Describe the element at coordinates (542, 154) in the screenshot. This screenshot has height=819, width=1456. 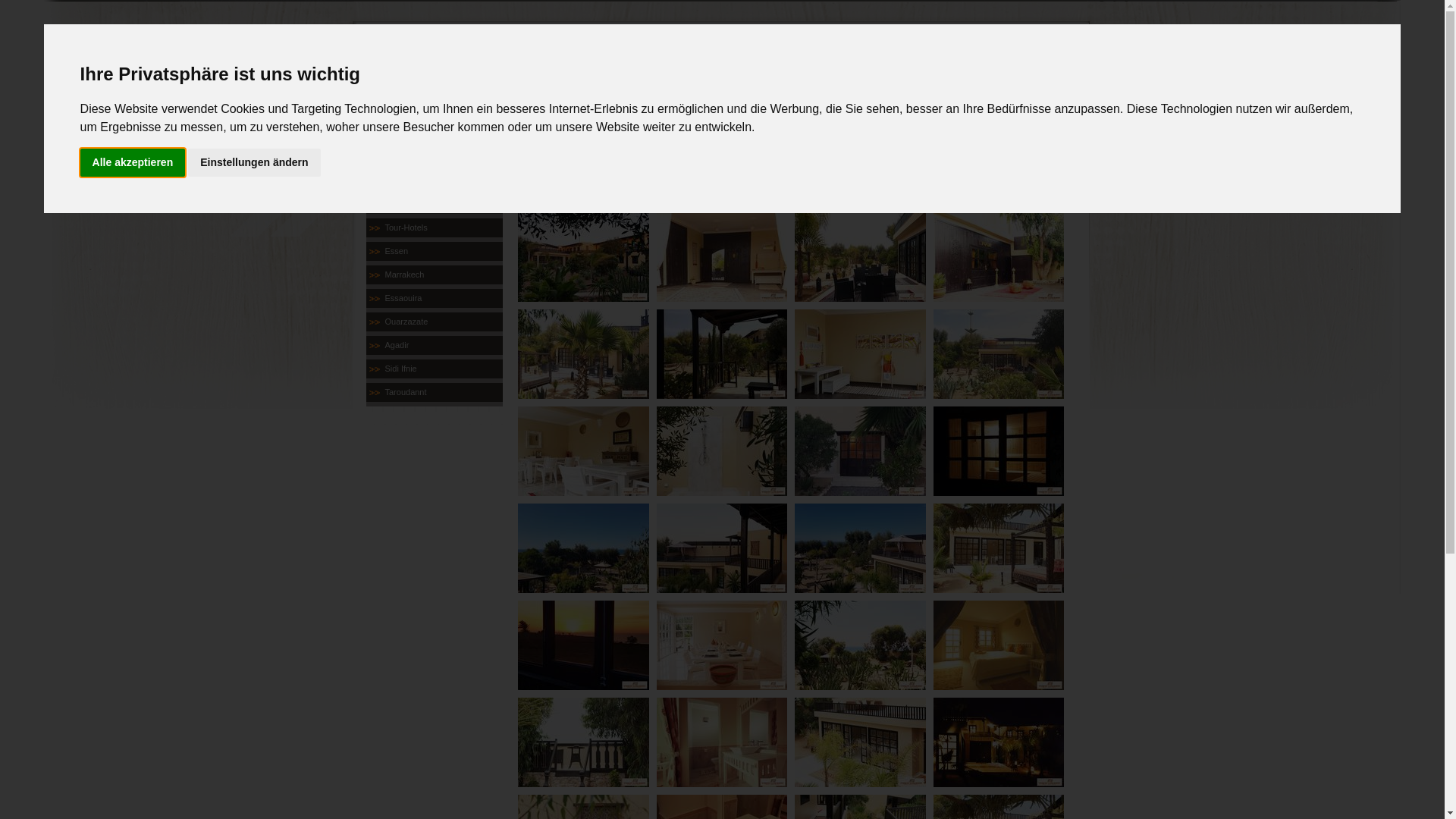
I see `'TOUR-ANGEBOTE'` at that location.